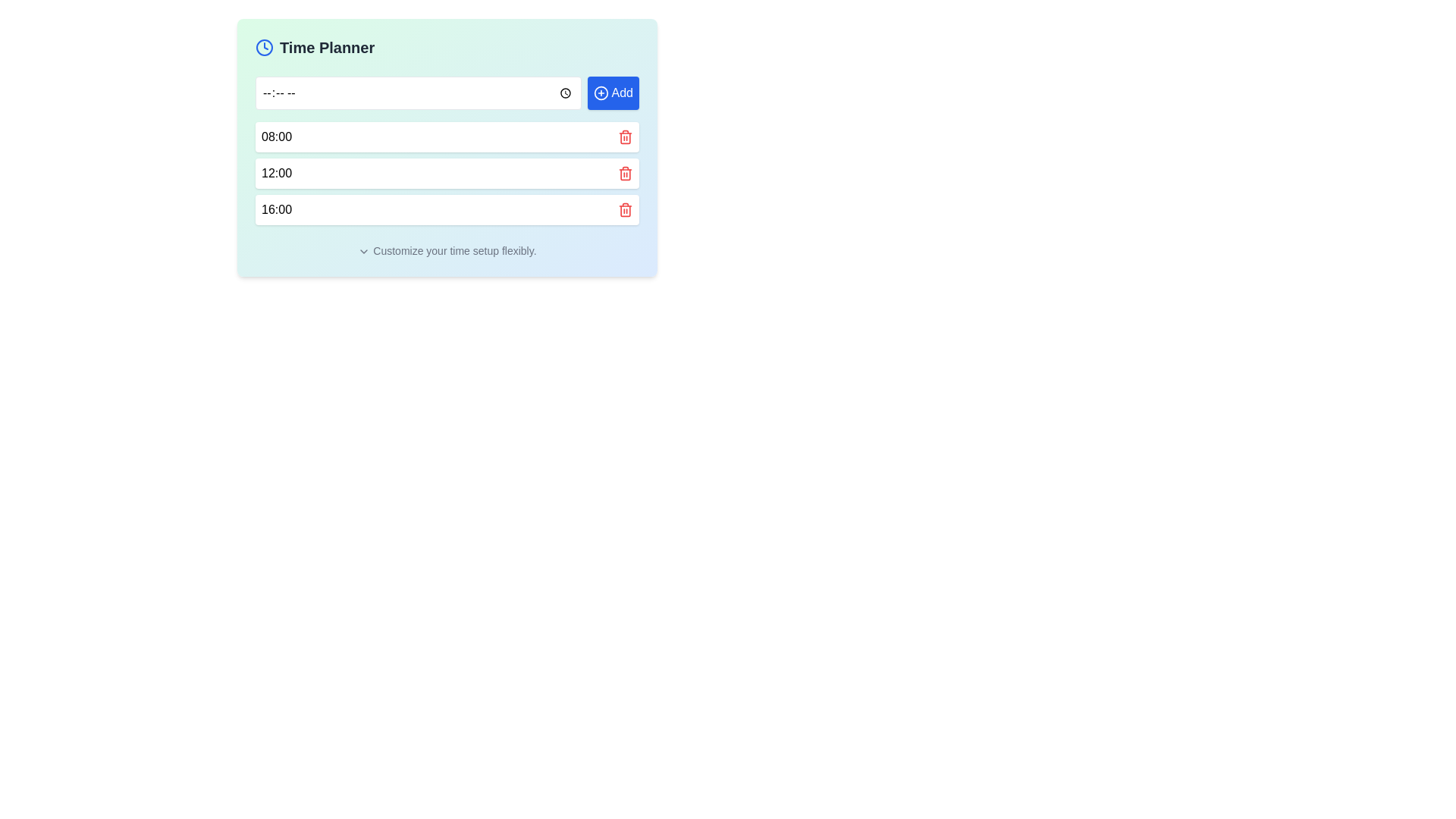  I want to click on the clock icon with a blue outline located to the left of the 'Time Planner' heading, so click(265, 46).